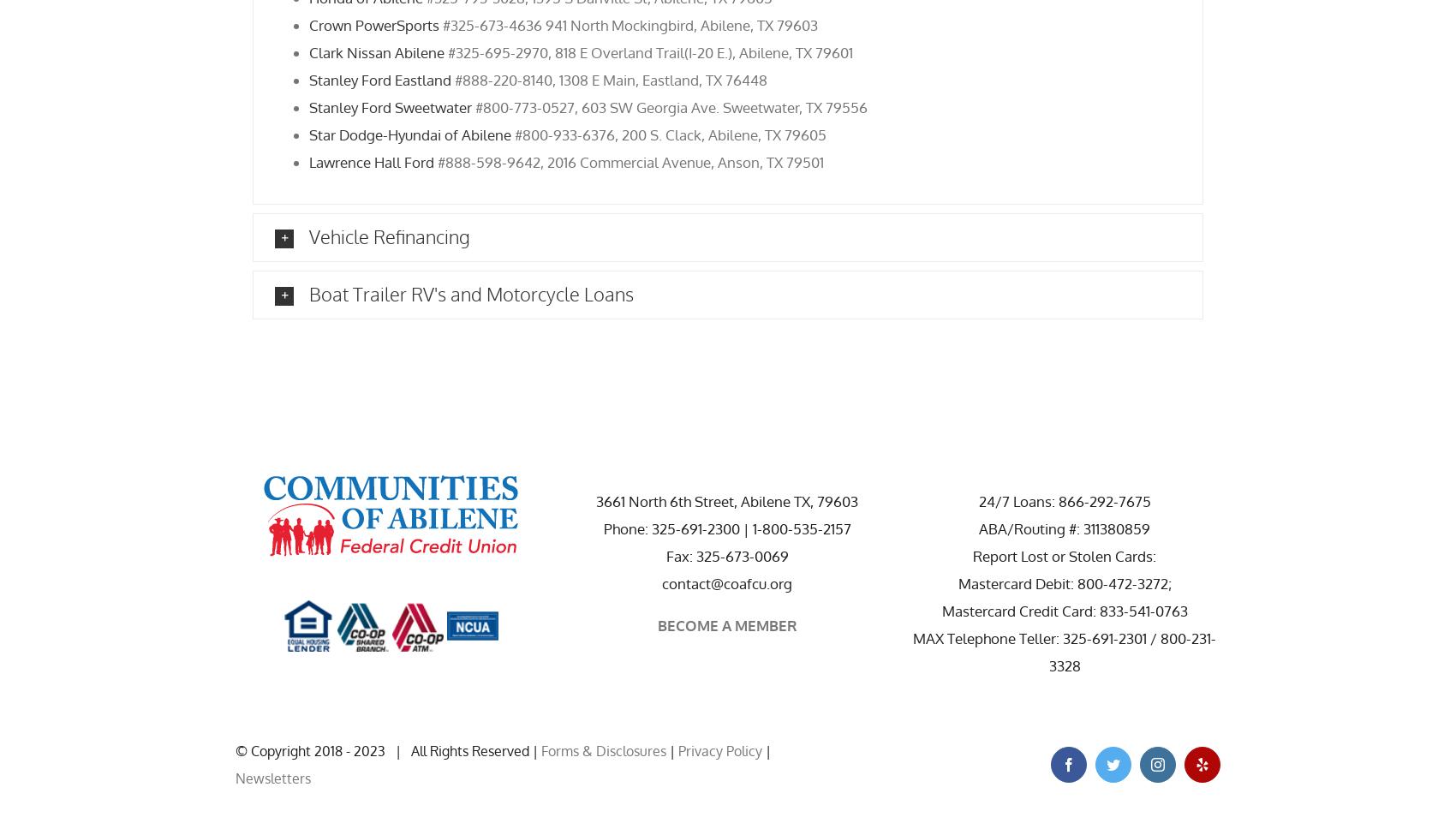 The width and height of the screenshot is (1456, 817). I want to click on '2023   |   All Rights Reserved |', so click(447, 749).